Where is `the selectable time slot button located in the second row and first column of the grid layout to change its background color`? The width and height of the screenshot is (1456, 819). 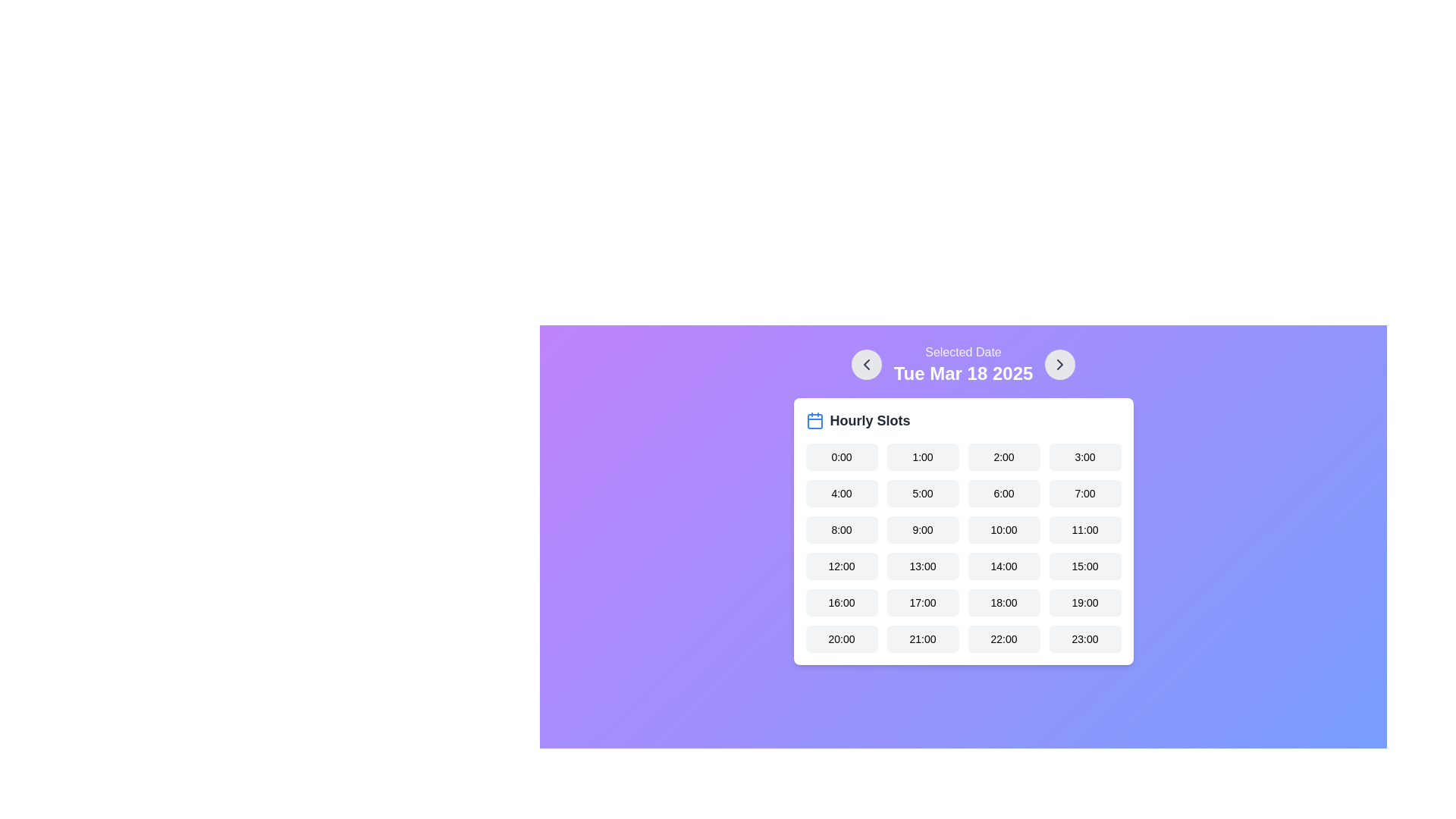
the selectable time slot button located in the second row and first column of the grid layout to change its background color is located at coordinates (840, 494).